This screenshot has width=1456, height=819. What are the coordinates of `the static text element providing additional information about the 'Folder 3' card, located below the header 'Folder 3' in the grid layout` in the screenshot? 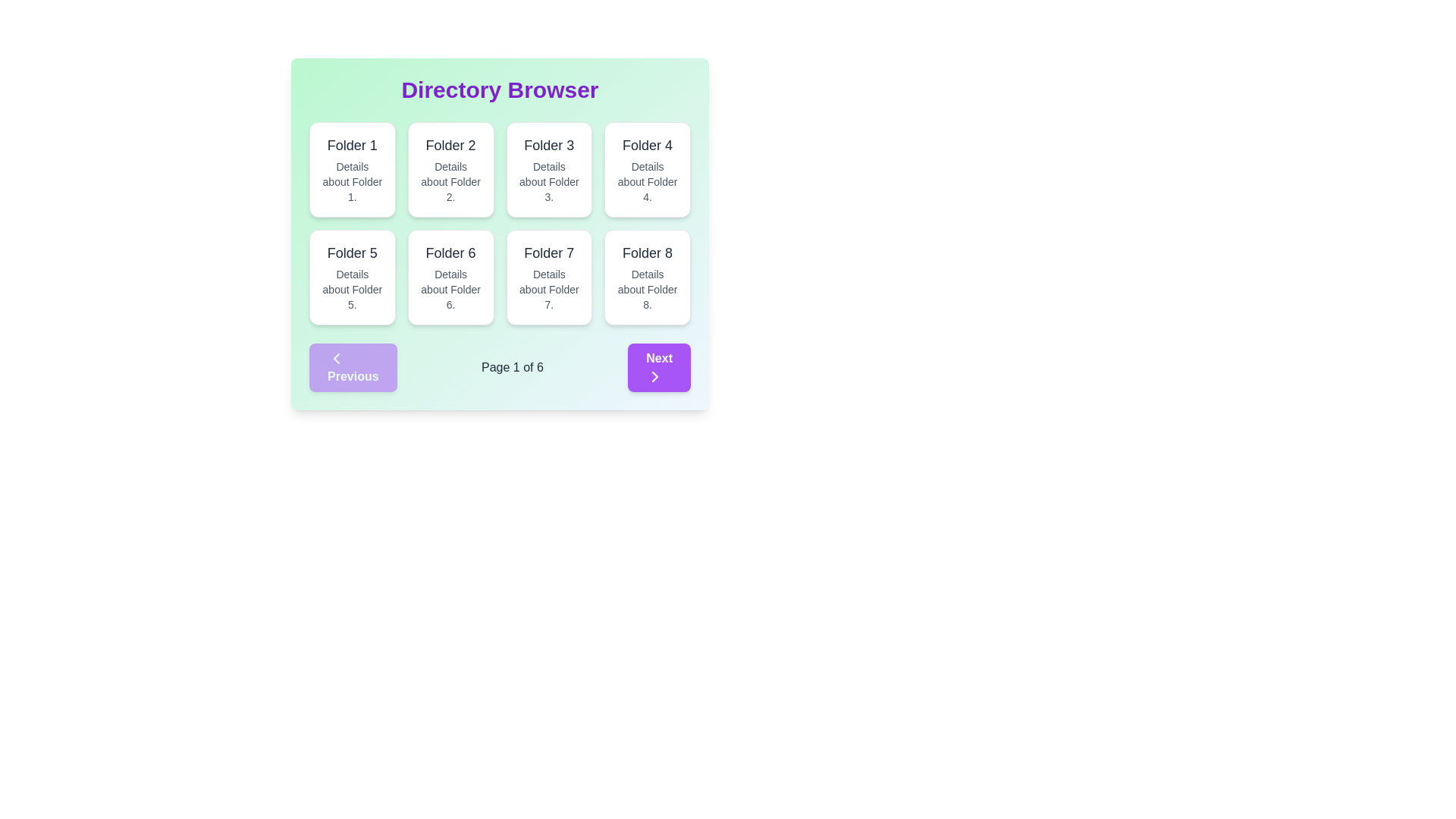 It's located at (548, 180).